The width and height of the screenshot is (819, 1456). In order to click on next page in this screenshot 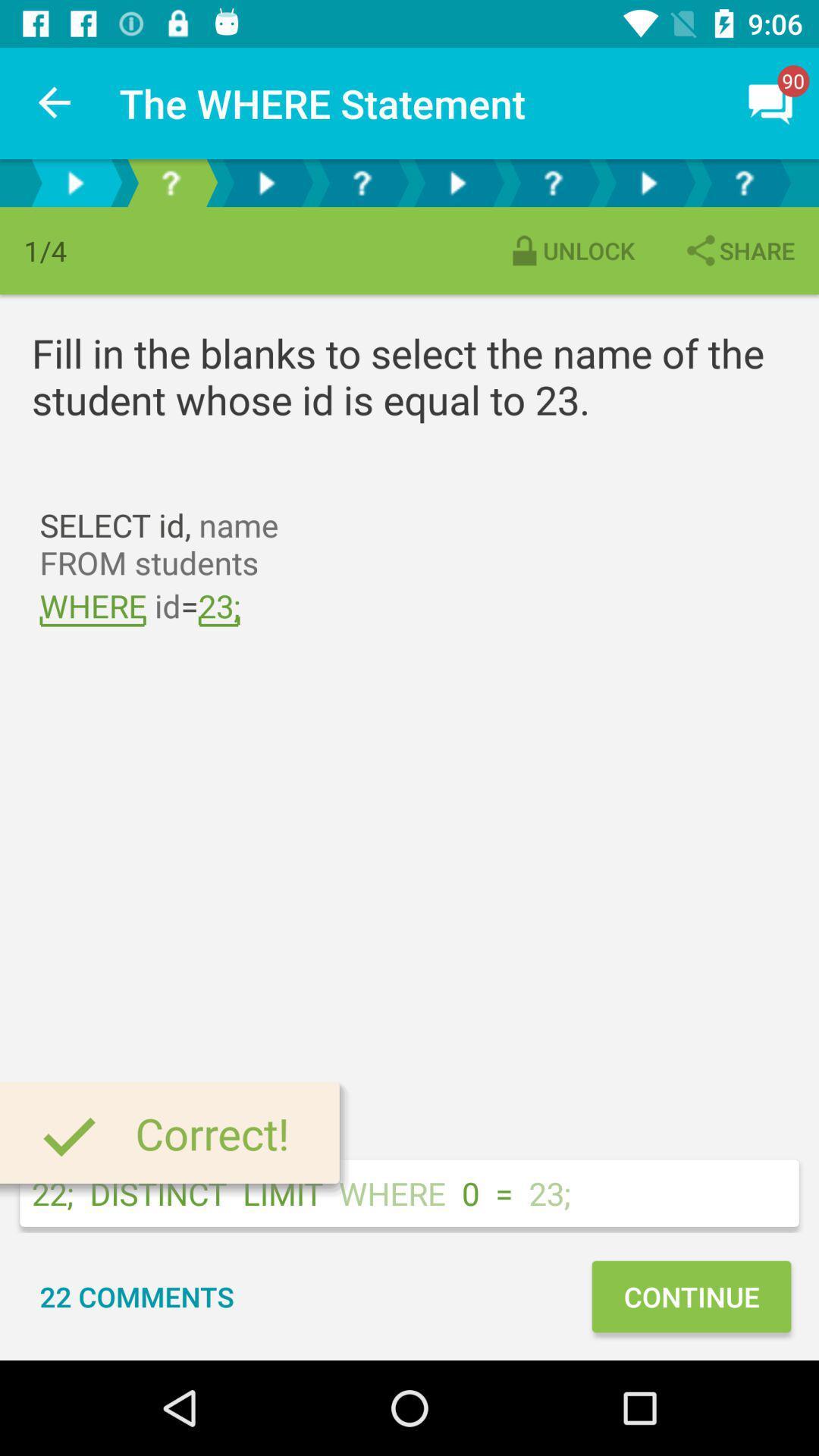, I will do `click(456, 182)`.